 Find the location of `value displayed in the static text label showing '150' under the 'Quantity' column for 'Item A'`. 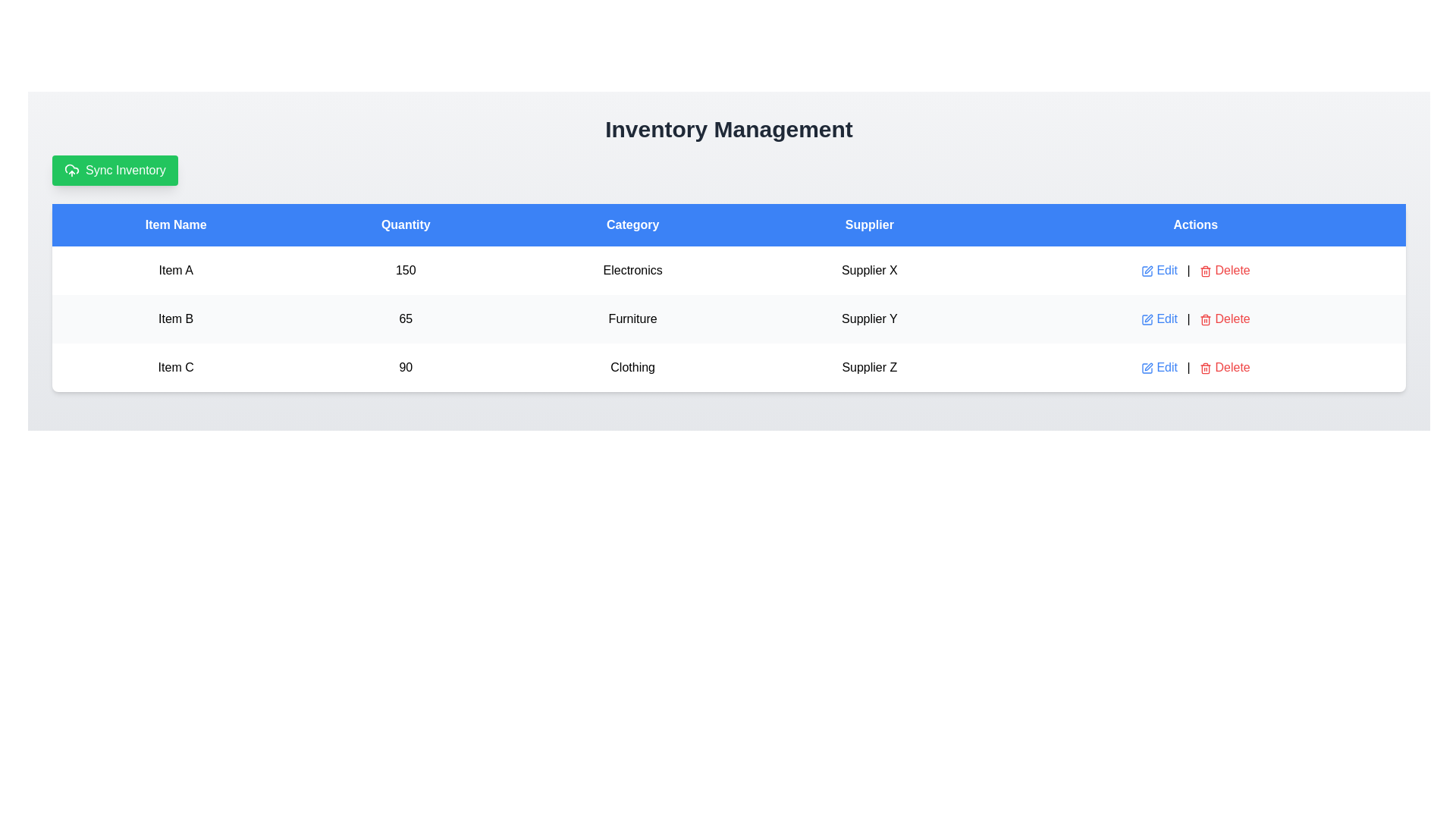

value displayed in the static text label showing '150' under the 'Quantity' column for 'Item A' is located at coordinates (406, 270).